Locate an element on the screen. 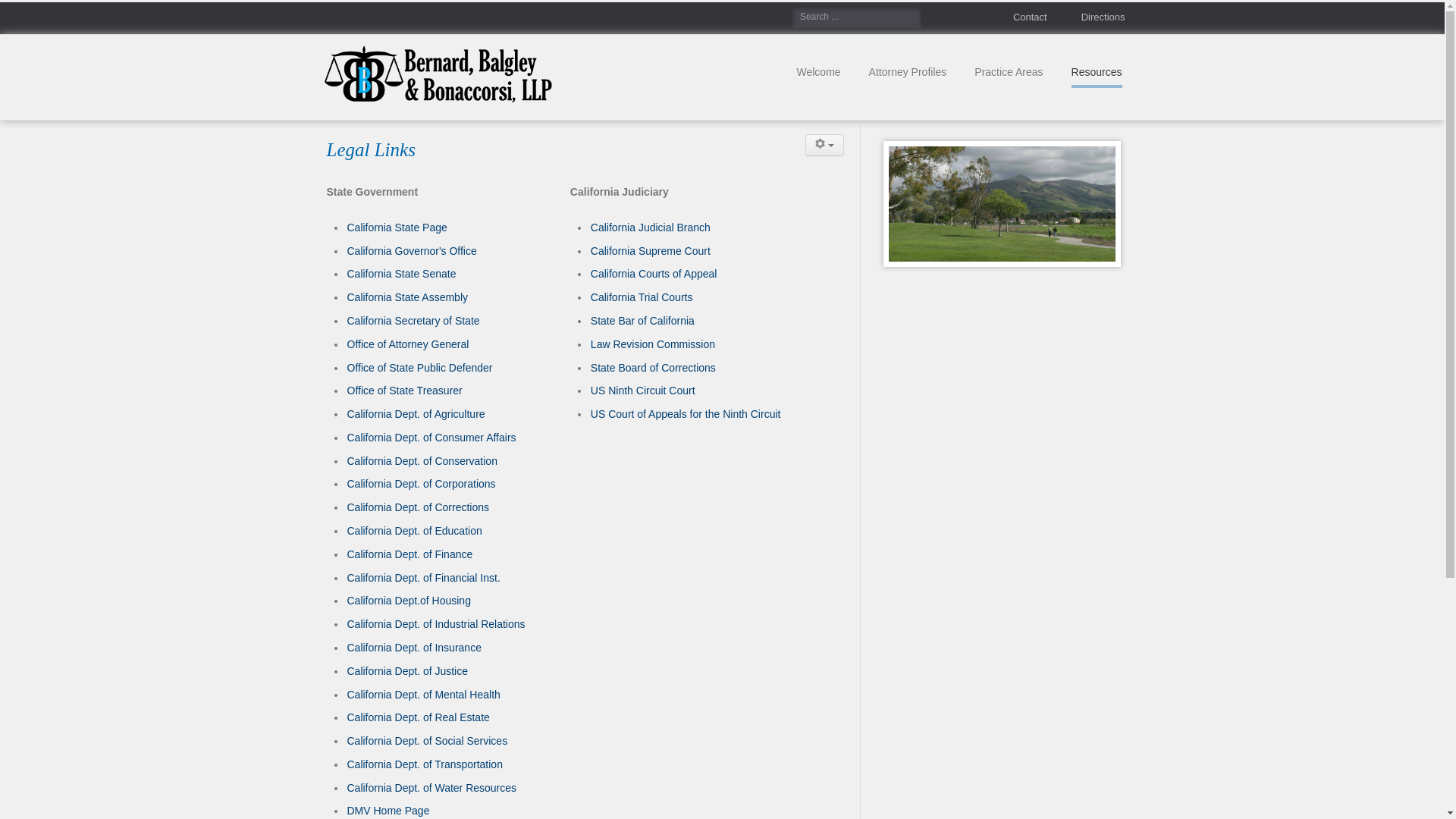 The height and width of the screenshot is (819, 1456). 'California Governor's Office' is located at coordinates (412, 250).